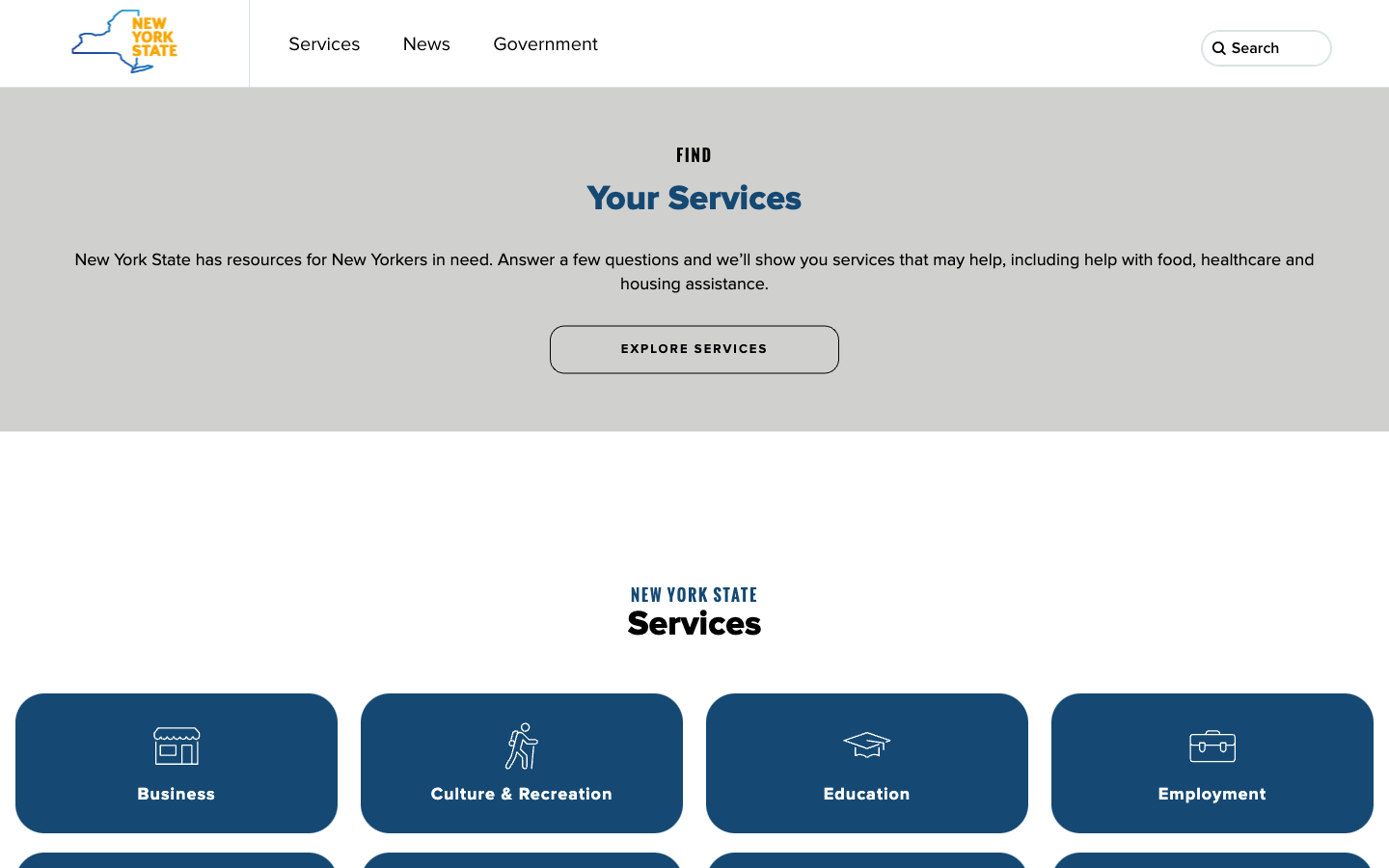 Image resolution: width=1389 pixels, height=868 pixels. Describe the element at coordinates (694, 348) in the screenshot. I see `To view more services, click on "Explore Services" button` at that location.